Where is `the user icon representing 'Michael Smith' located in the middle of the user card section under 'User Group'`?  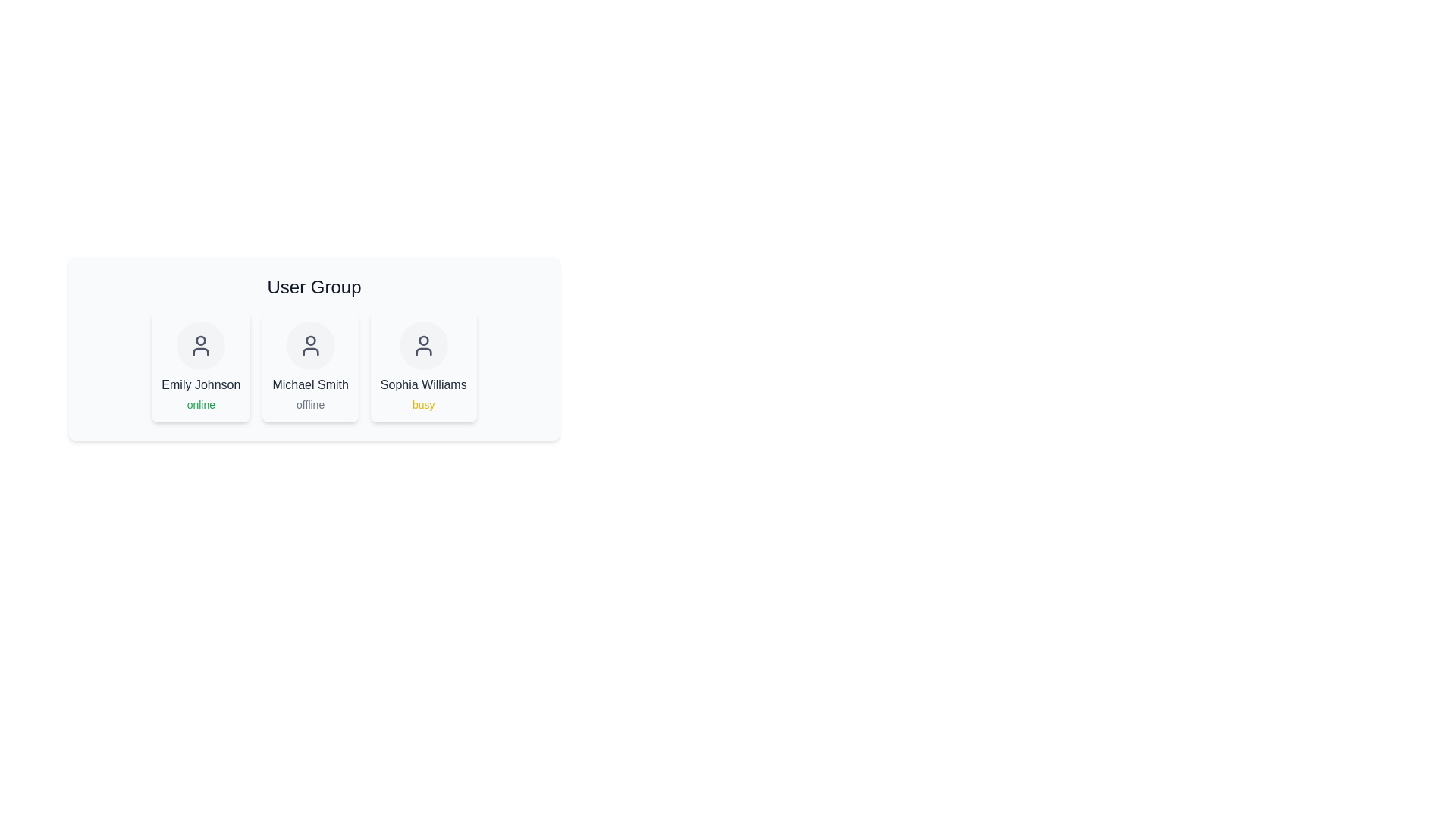 the user icon representing 'Michael Smith' located in the middle of the user card section under 'User Group' is located at coordinates (309, 345).